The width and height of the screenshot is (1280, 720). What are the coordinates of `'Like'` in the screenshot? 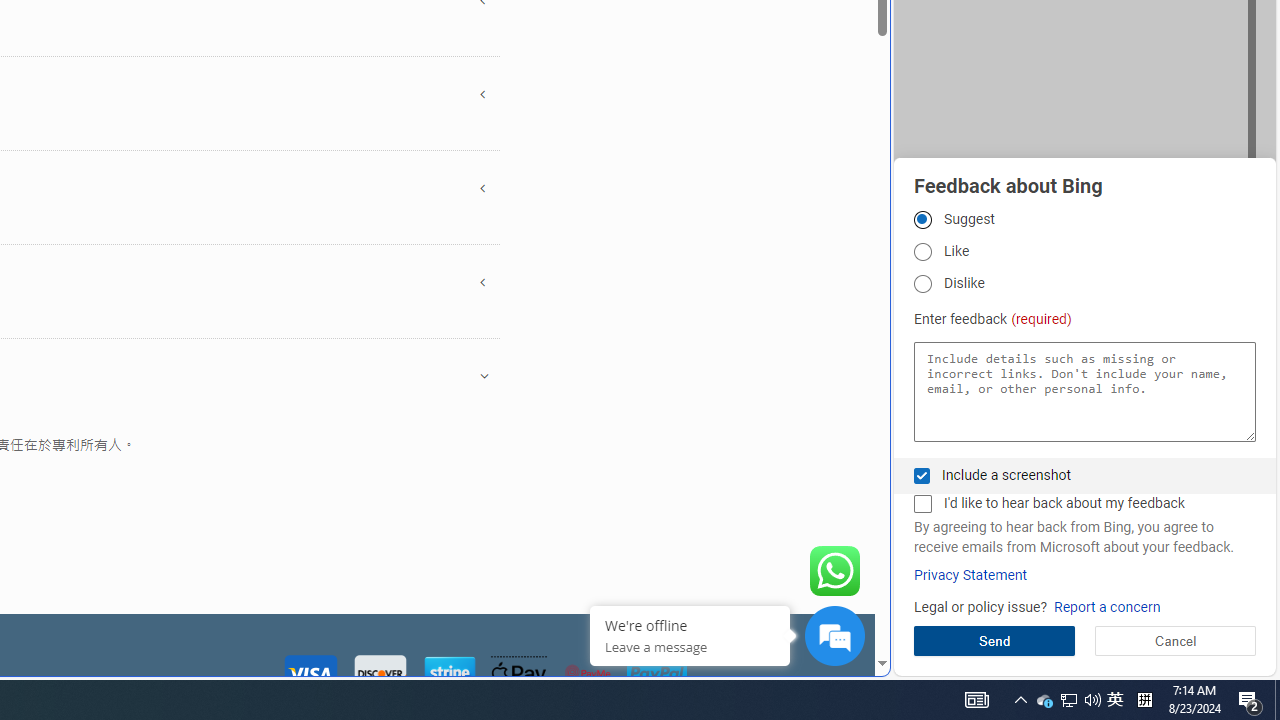 It's located at (921, 250).